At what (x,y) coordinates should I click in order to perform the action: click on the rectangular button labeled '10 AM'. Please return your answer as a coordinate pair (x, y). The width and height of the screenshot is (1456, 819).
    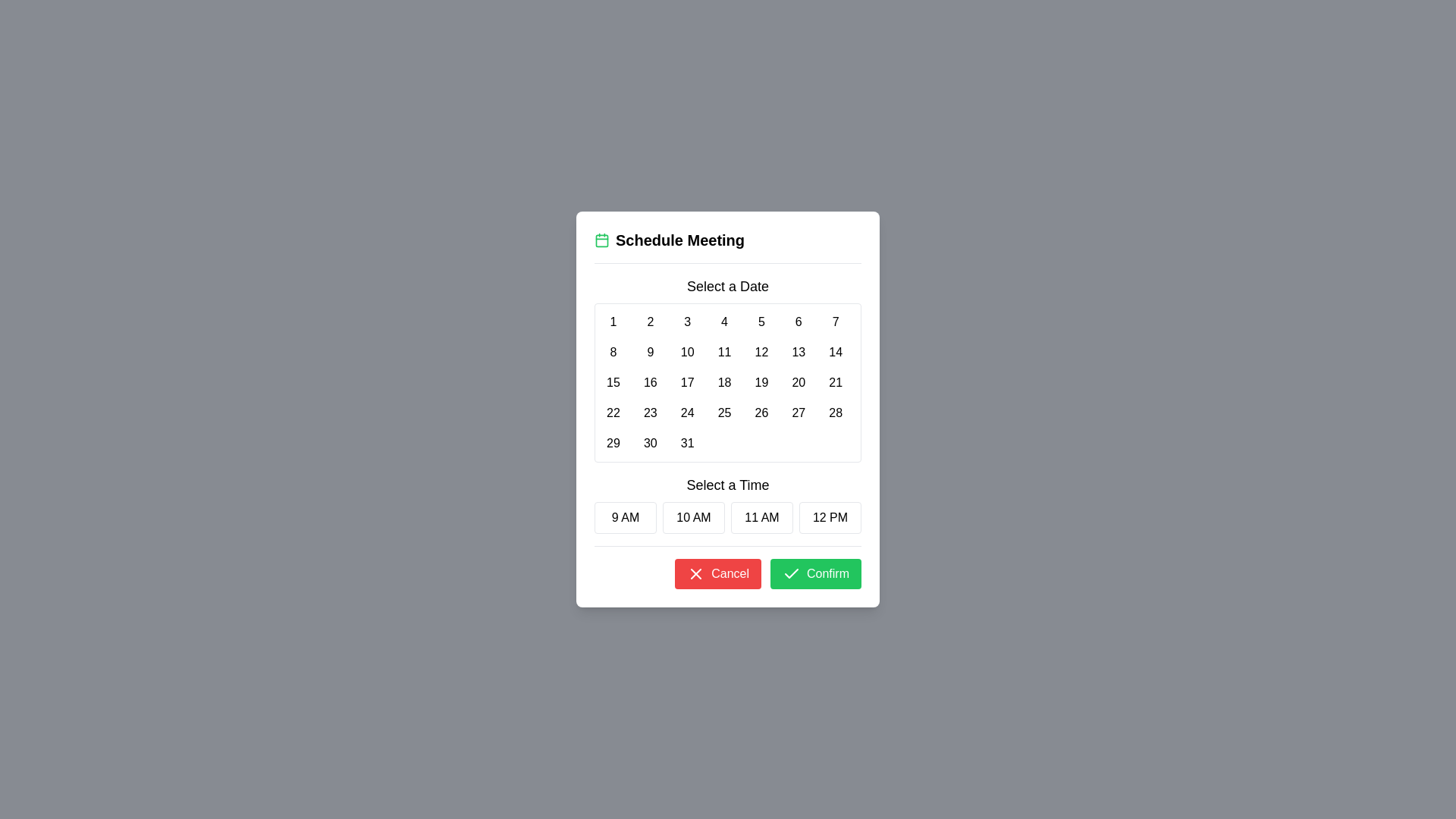
    Looking at the image, I should click on (693, 516).